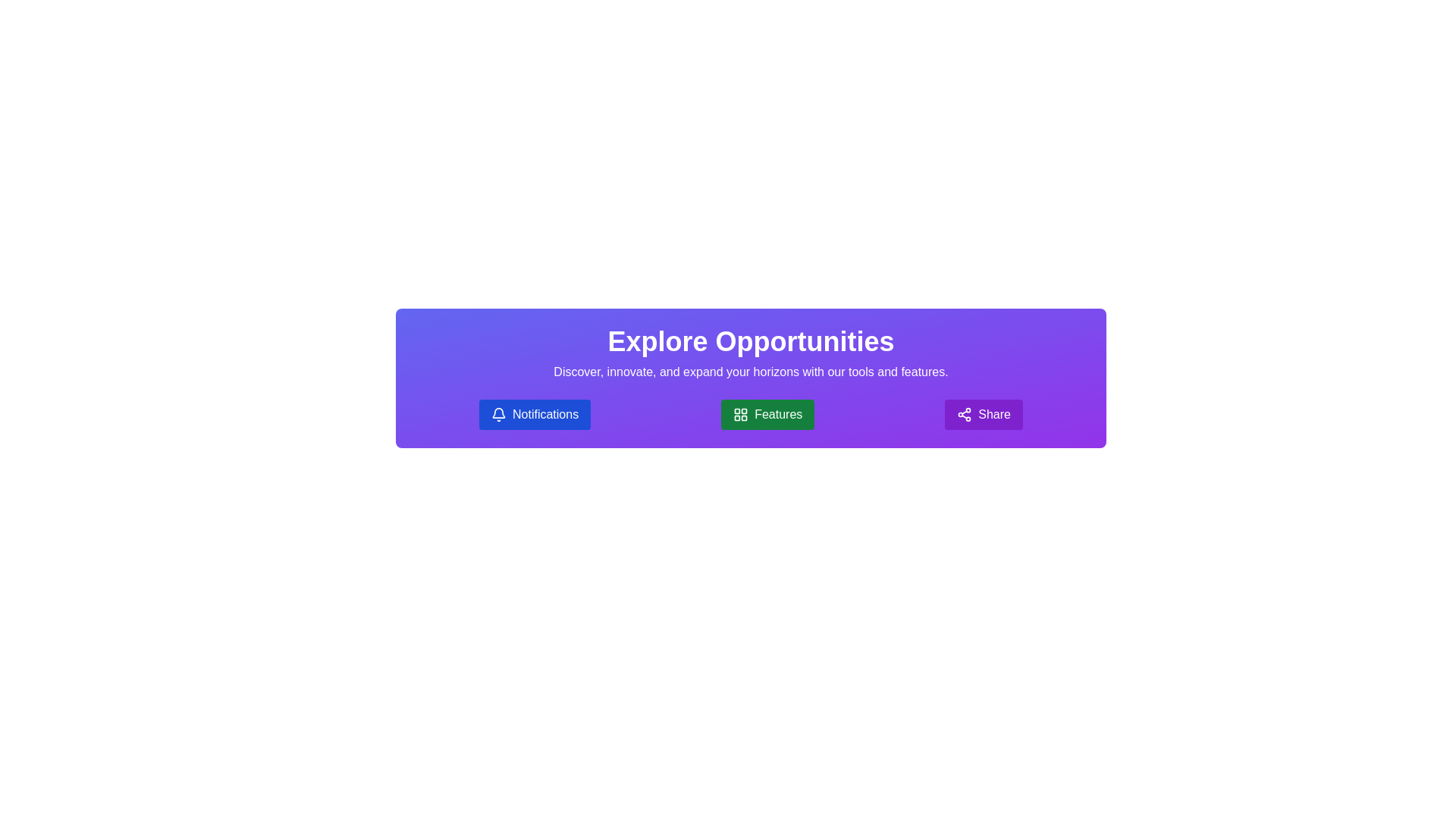  Describe the element at coordinates (751, 372) in the screenshot. I see `the text display element that contains the message 'Discover, innovate, and expand your horizons with our tools and features,' which is positioned below the heading 'Explore Opportunities.'` at that location.